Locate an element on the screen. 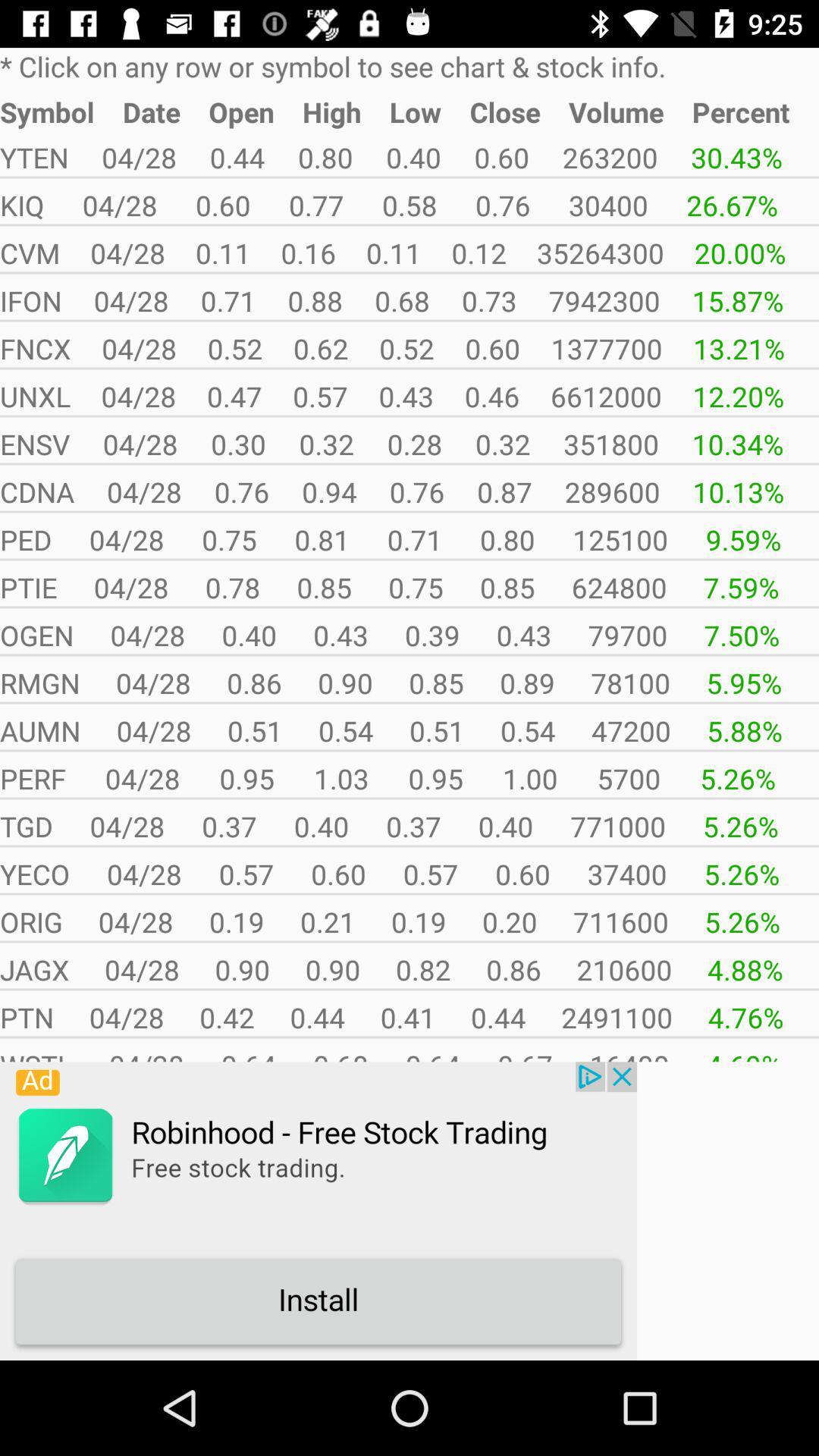  advertisement banner is located at coordinates (318, 1210).